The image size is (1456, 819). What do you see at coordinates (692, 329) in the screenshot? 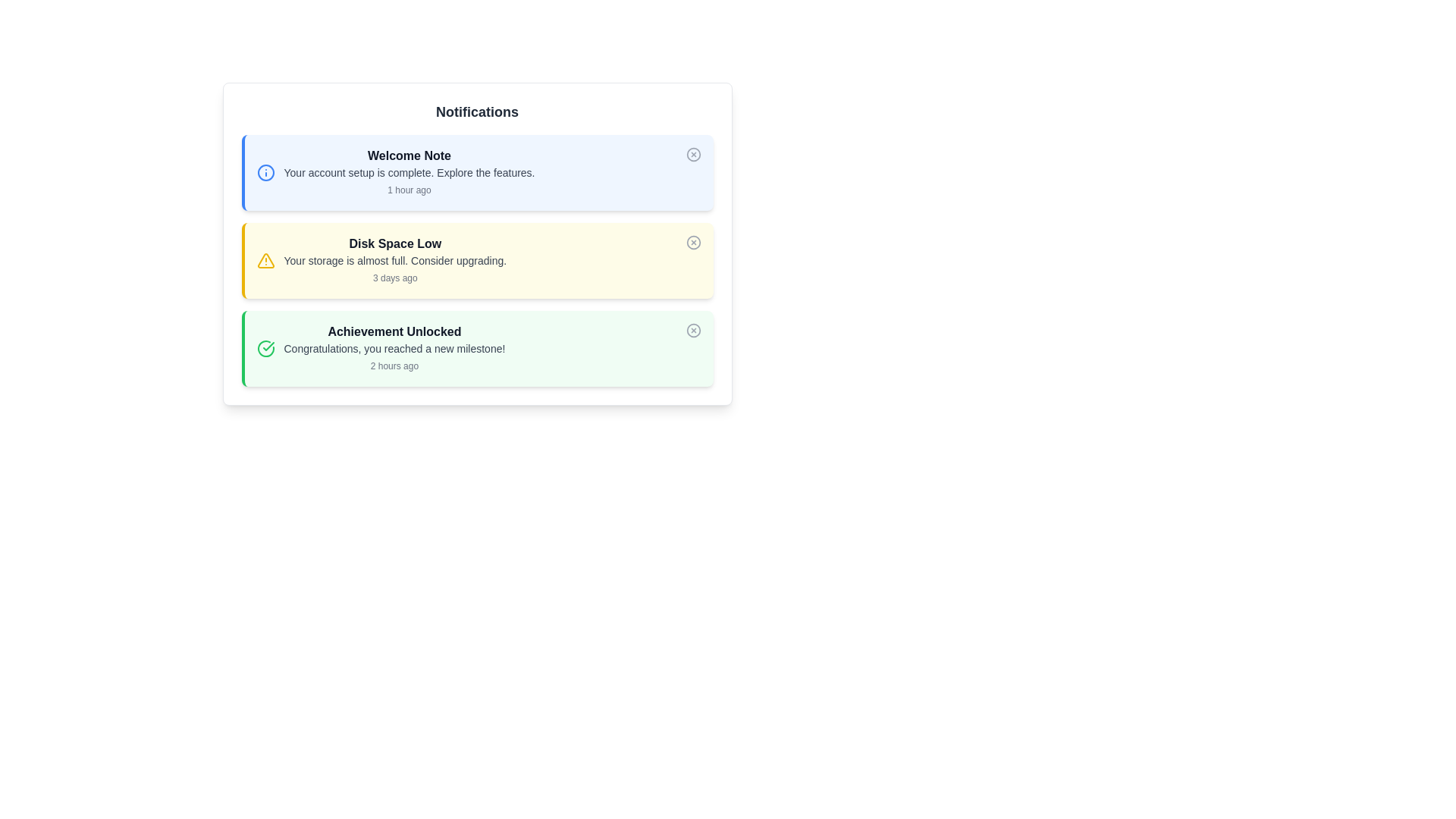
I see `the dismissal button for the 'Achievement Unlocked' notification to change its color` at bounding box center [692, 329].